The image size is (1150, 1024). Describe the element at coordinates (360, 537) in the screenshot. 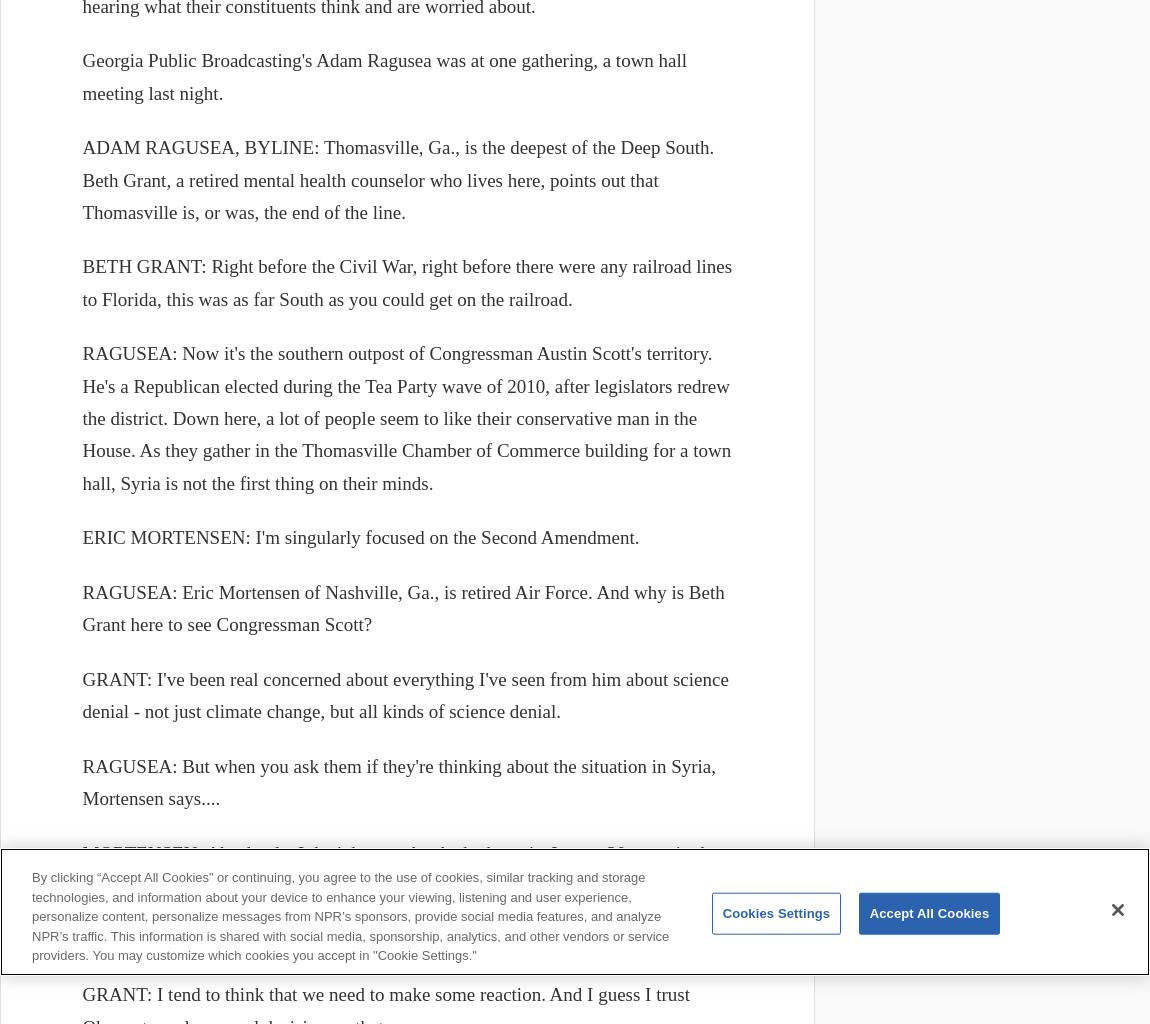

I see `'ERIC MORTENSEN: I'm singularly focused on the Second Amendment.'` at that location.